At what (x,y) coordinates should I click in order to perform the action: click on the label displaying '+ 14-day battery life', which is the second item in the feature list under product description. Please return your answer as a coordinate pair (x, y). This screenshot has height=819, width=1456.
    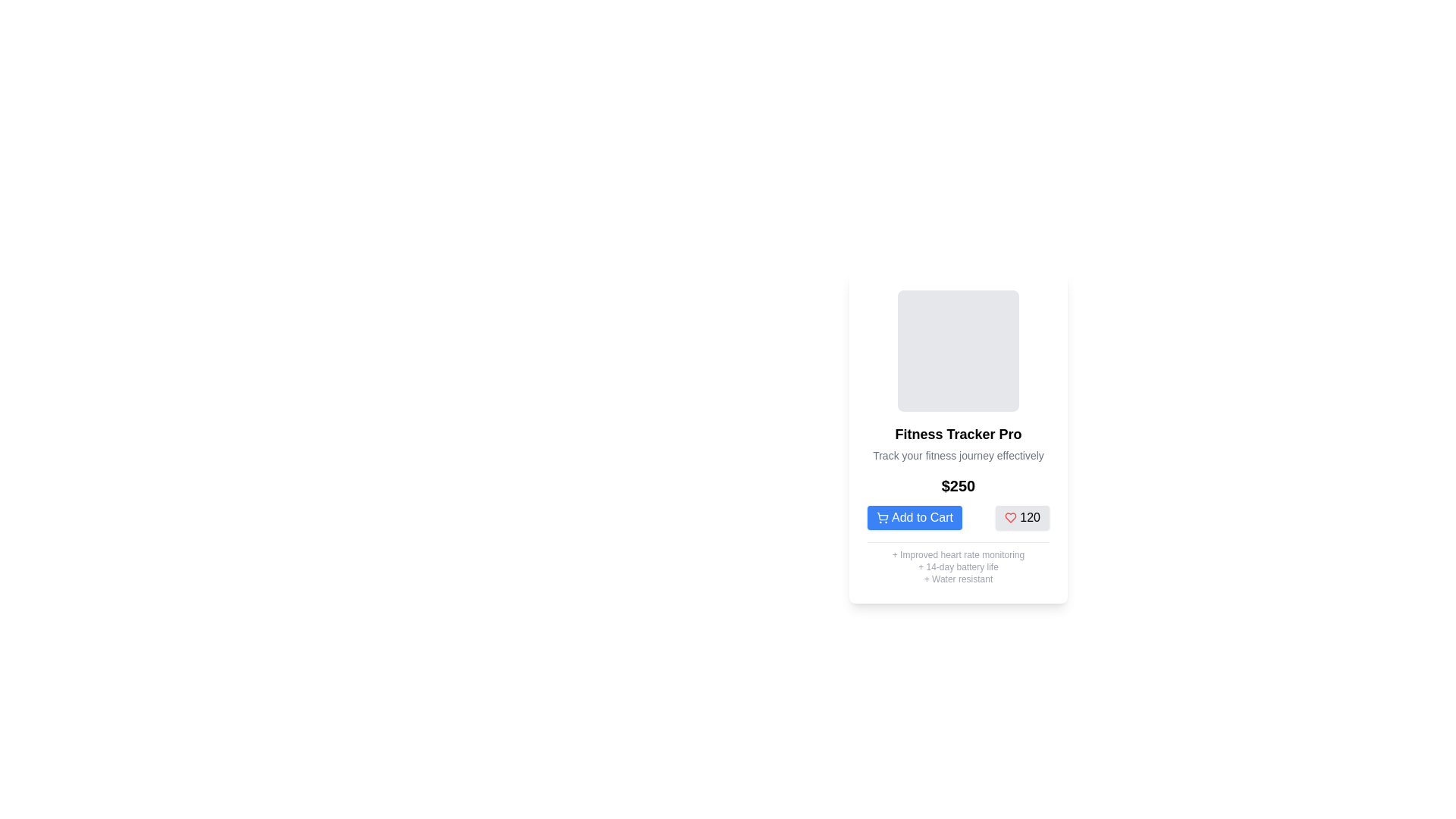
    Looking at the image, I should click on (957, 567).